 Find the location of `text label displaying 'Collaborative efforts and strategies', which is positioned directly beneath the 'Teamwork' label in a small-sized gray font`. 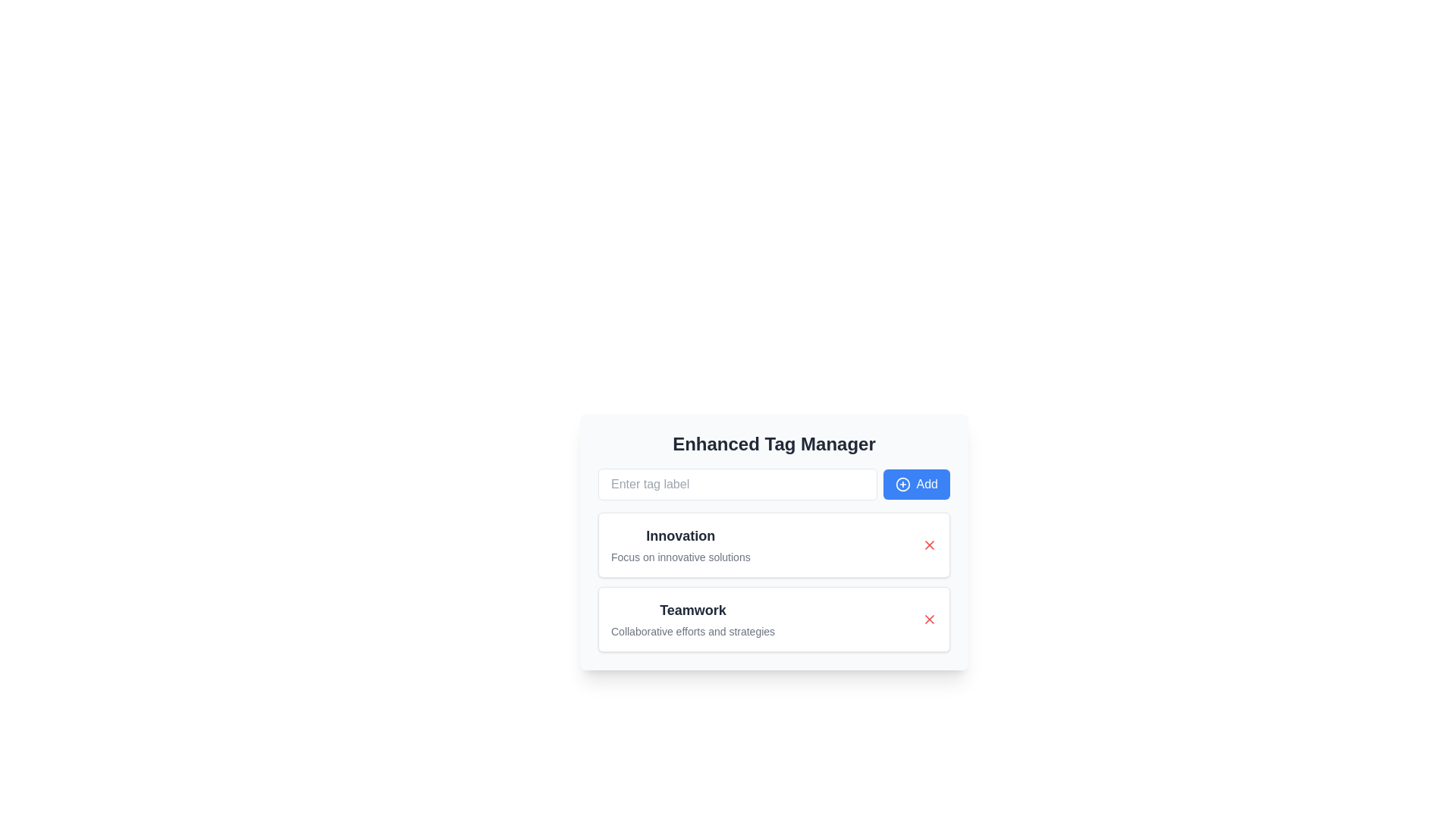

text label displaying 'Collaborative efforts and strategies', which is positioned directly beneath the 'Teamwork' label in a small-sized gray font is located at coordinates (692, 632).